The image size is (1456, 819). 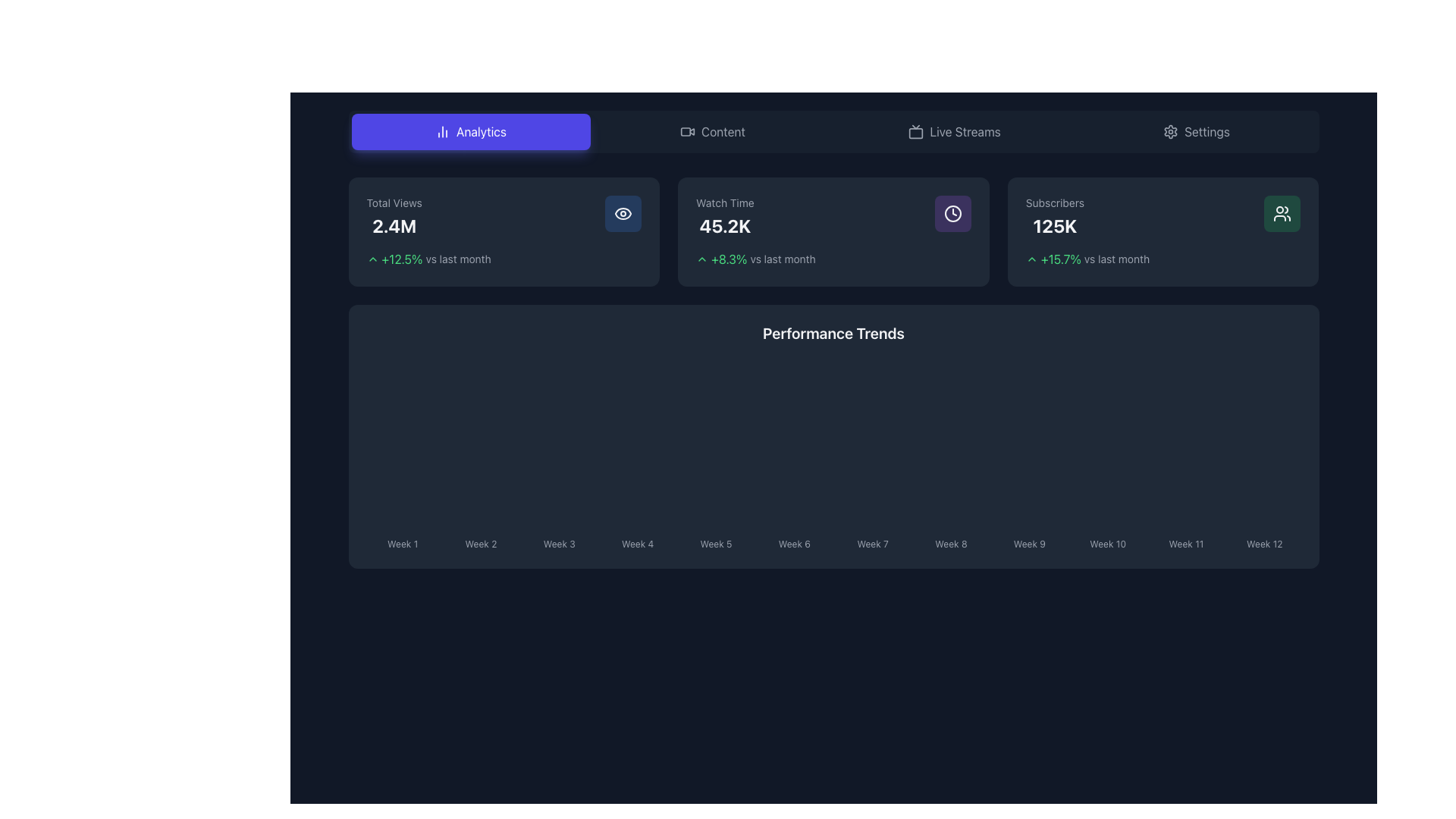 What do you see at coordinates (402, 259) in the screenshot?
I see `the static text label that indicates a positive numerical percentage change of 12.5%, positioned below the primary metric value ('2.4M') and to the right of an upward-chevron icon` at bounding box center [402, 259].